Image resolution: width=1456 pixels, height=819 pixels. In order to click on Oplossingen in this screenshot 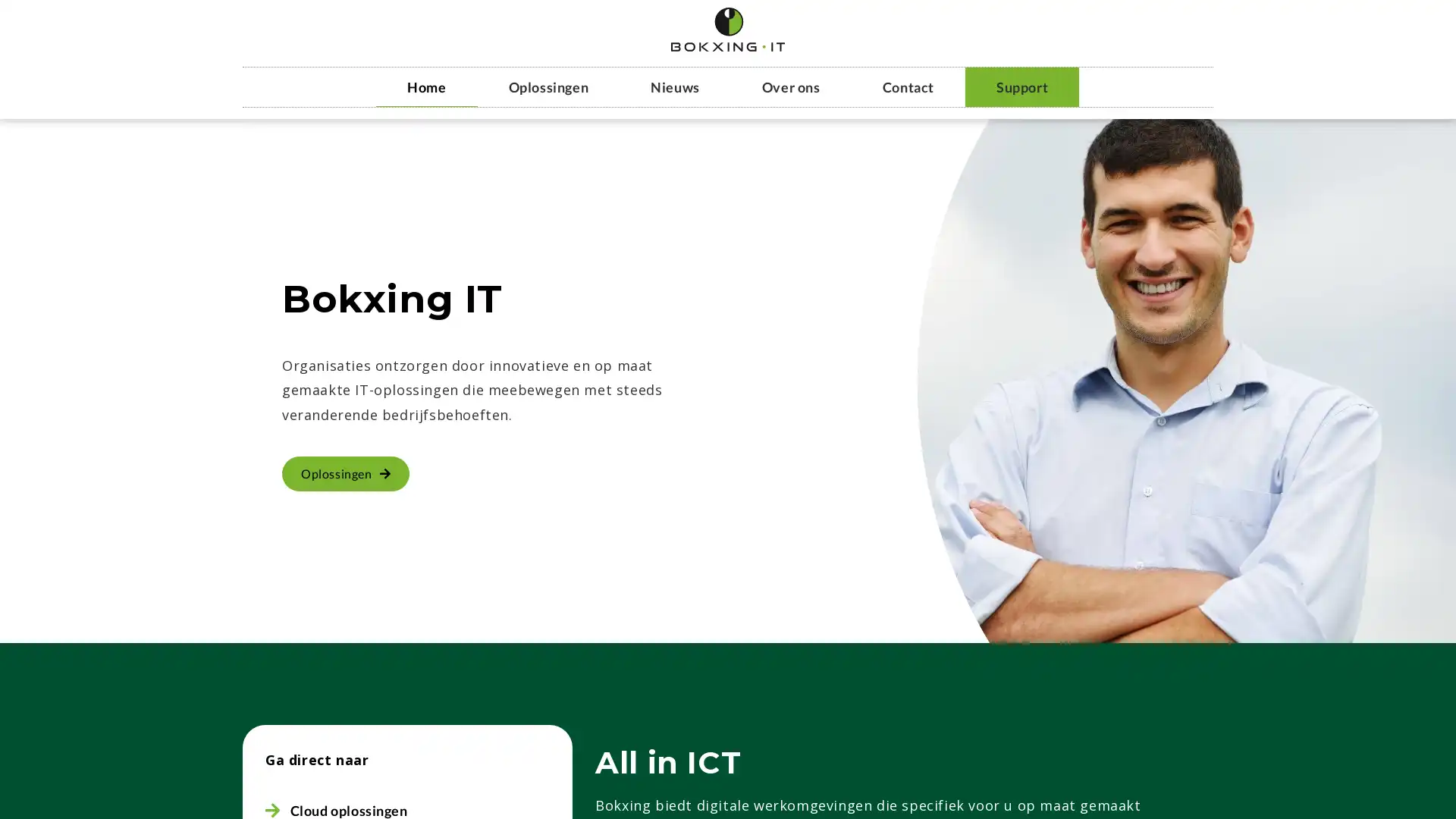, I will do `click(344, 472)`.